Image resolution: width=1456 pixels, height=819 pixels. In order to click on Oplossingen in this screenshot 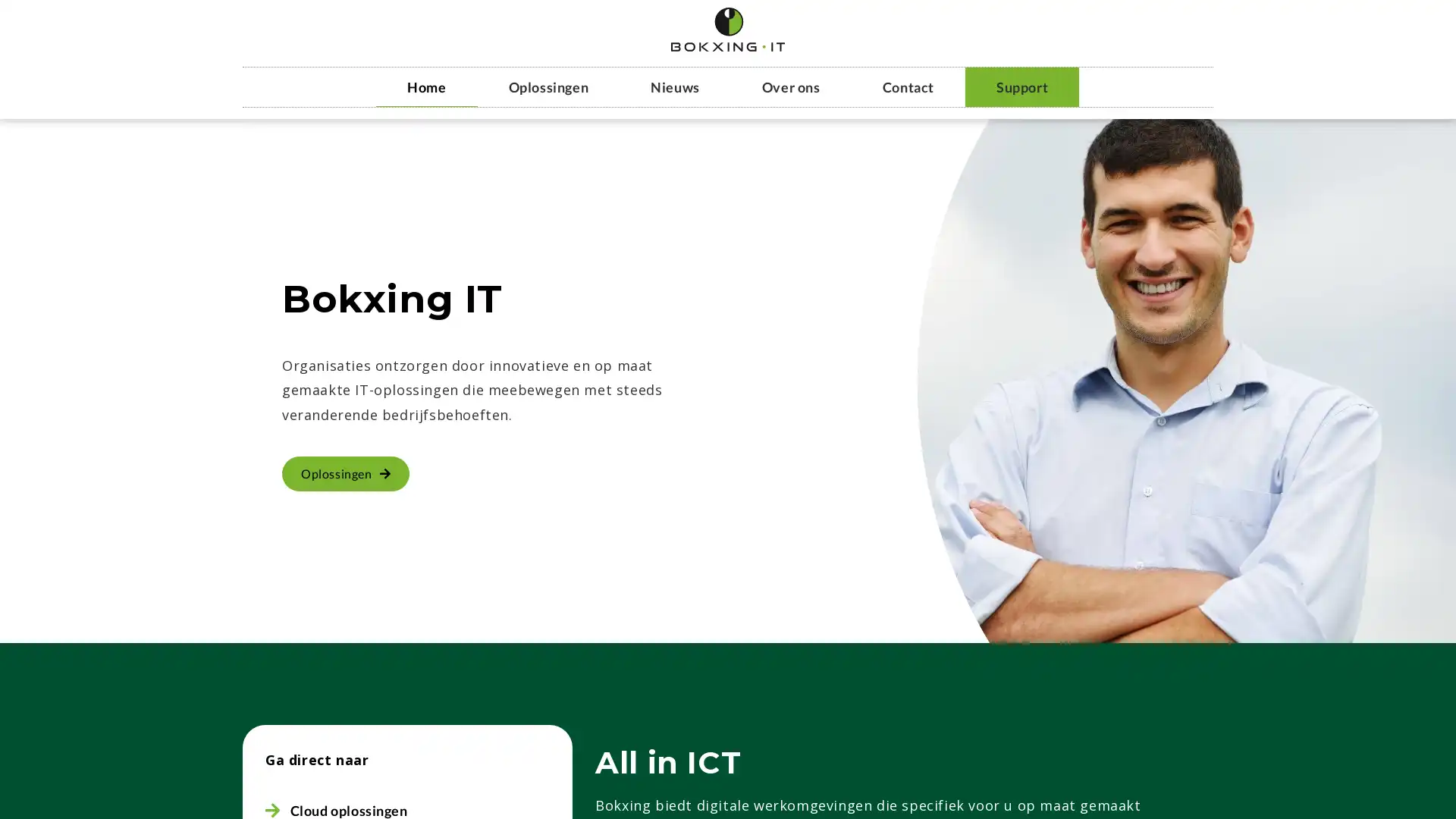, I will do `click(344, 472)`.